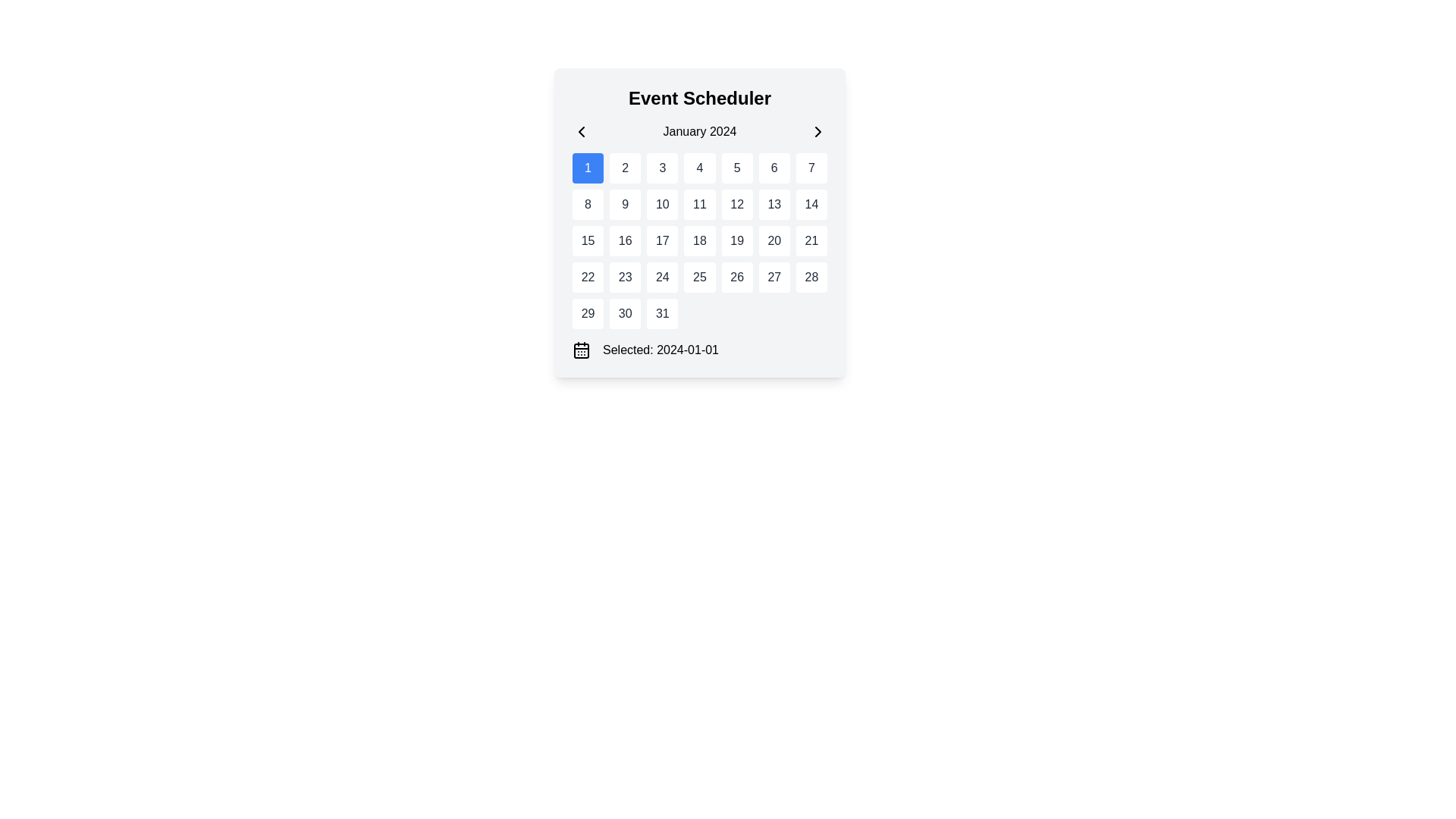 The height and width of the screenshot is (819, 1456). I want to click on the calendar date cell button labeled '4', so click(698, 168).